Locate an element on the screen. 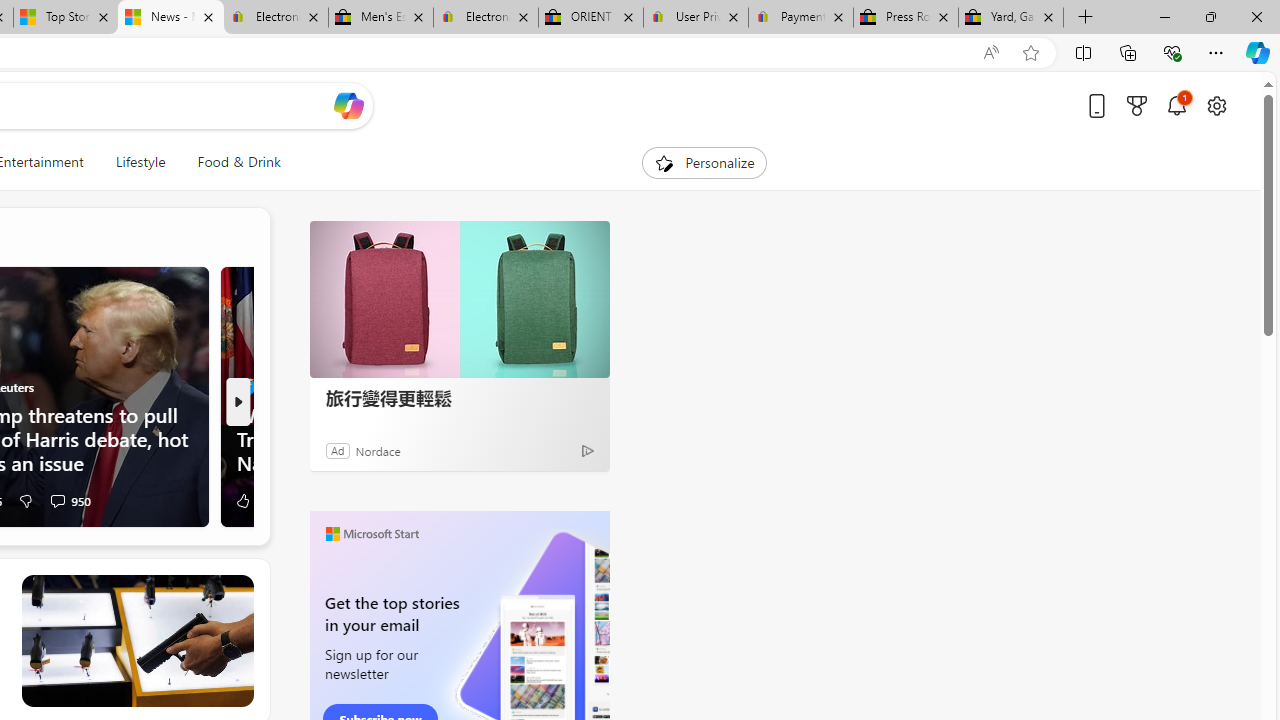 This screenshot has height=720, width=1280. 'Nordace' is located at coordinates (377, 450).